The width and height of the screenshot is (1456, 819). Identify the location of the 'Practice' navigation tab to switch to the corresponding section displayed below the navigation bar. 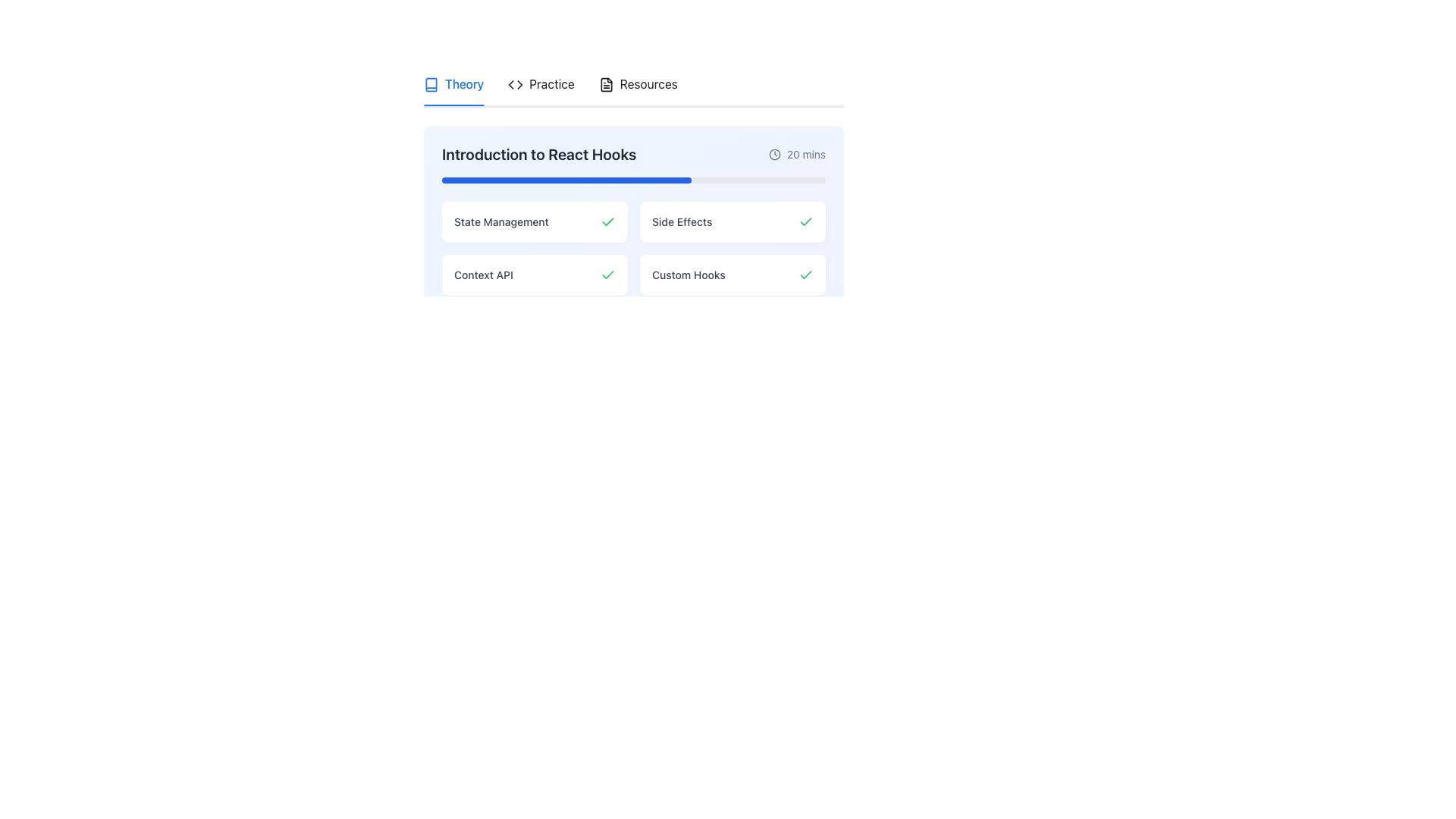
(541, 84).